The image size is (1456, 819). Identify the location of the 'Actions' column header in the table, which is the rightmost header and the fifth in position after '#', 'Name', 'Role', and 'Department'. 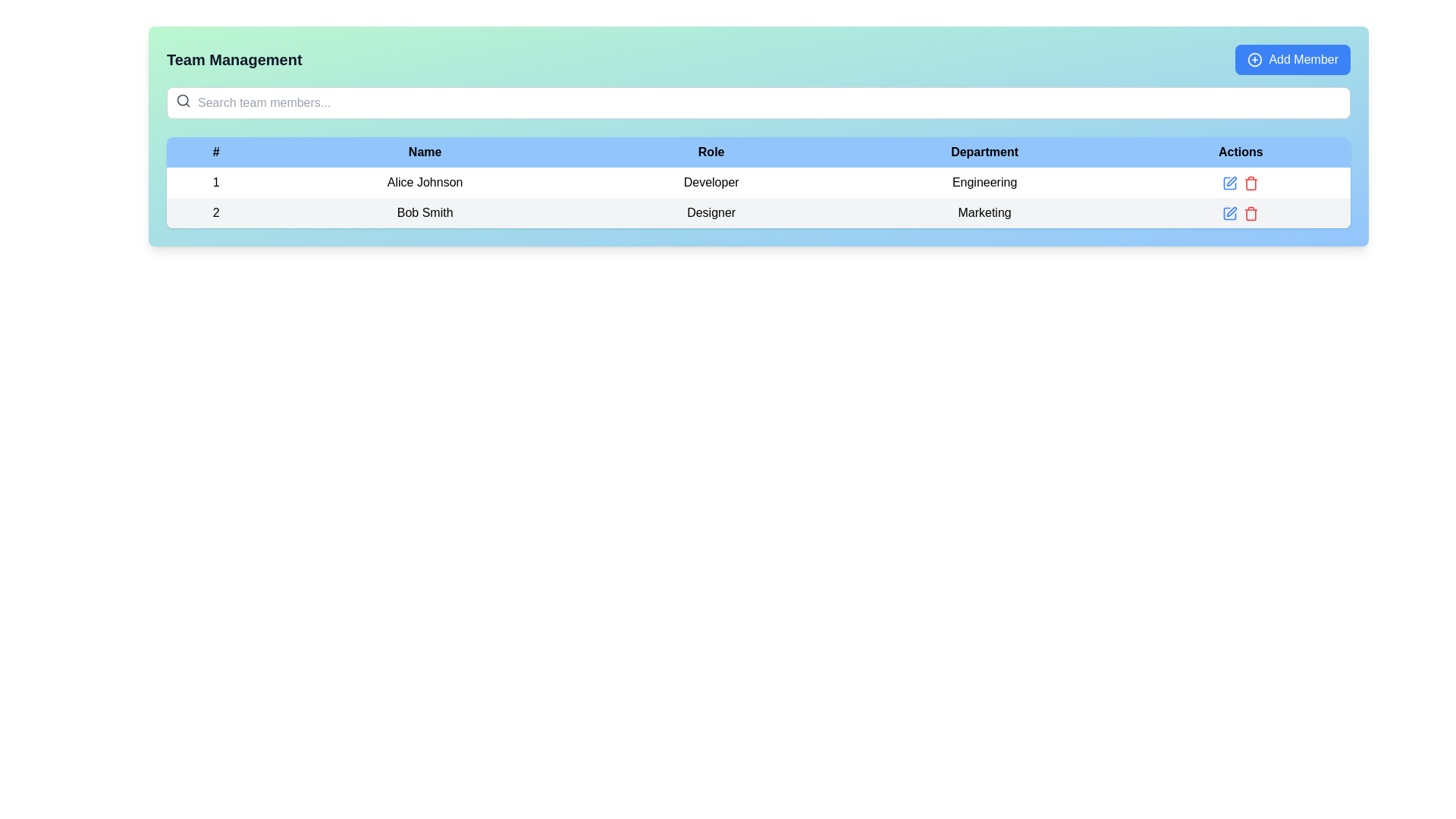
(1241, 152).